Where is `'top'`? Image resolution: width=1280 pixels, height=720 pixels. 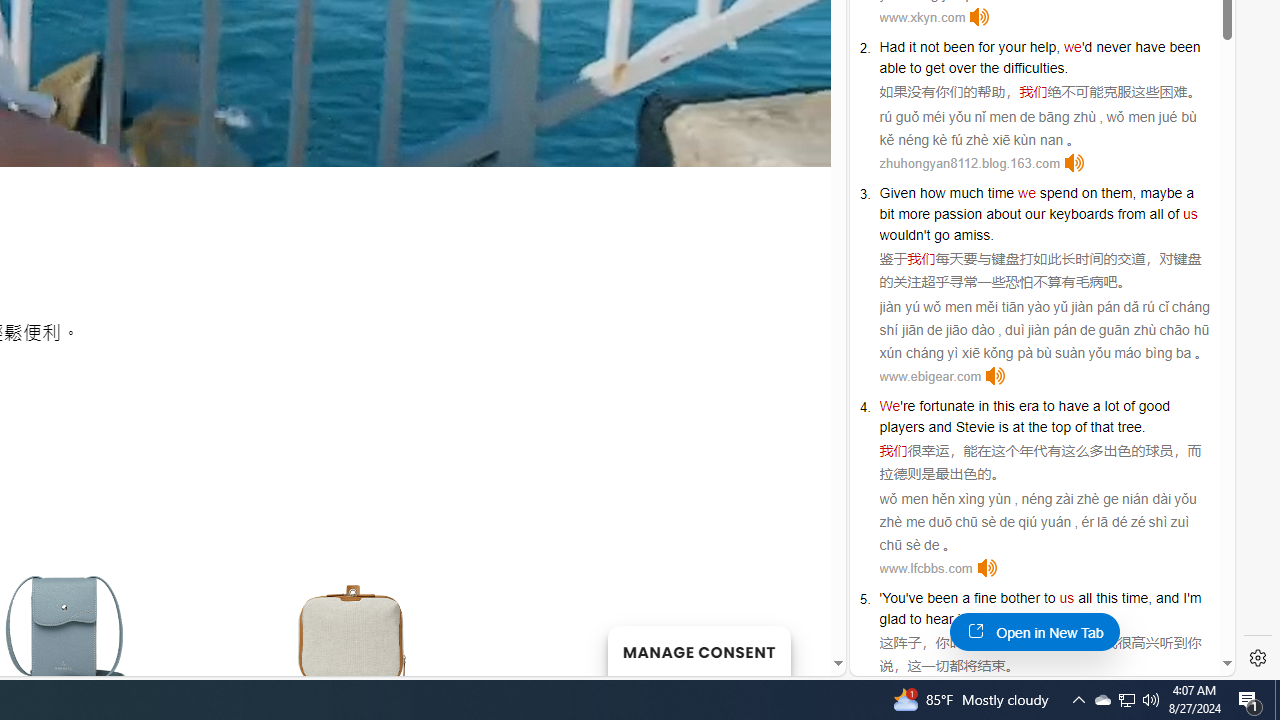
'top' is located at coordinates (1060, 425).